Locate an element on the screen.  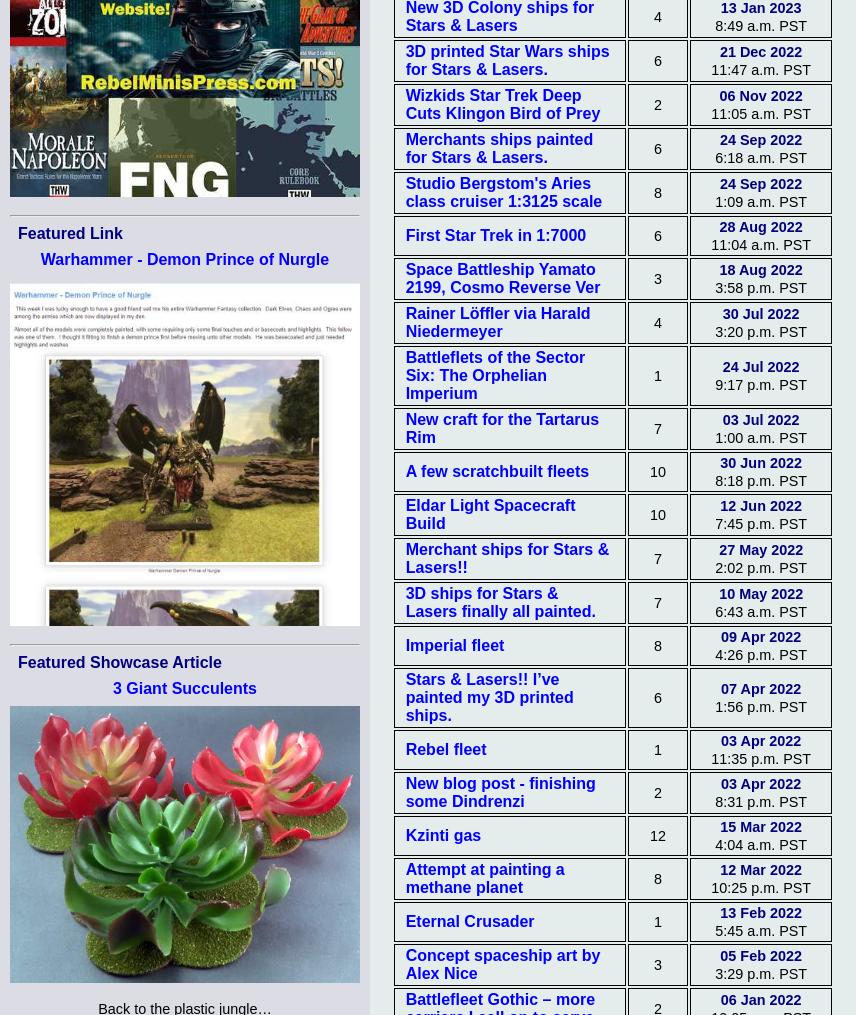
'13 Jan 2023' is located at coordinates (759, 7).